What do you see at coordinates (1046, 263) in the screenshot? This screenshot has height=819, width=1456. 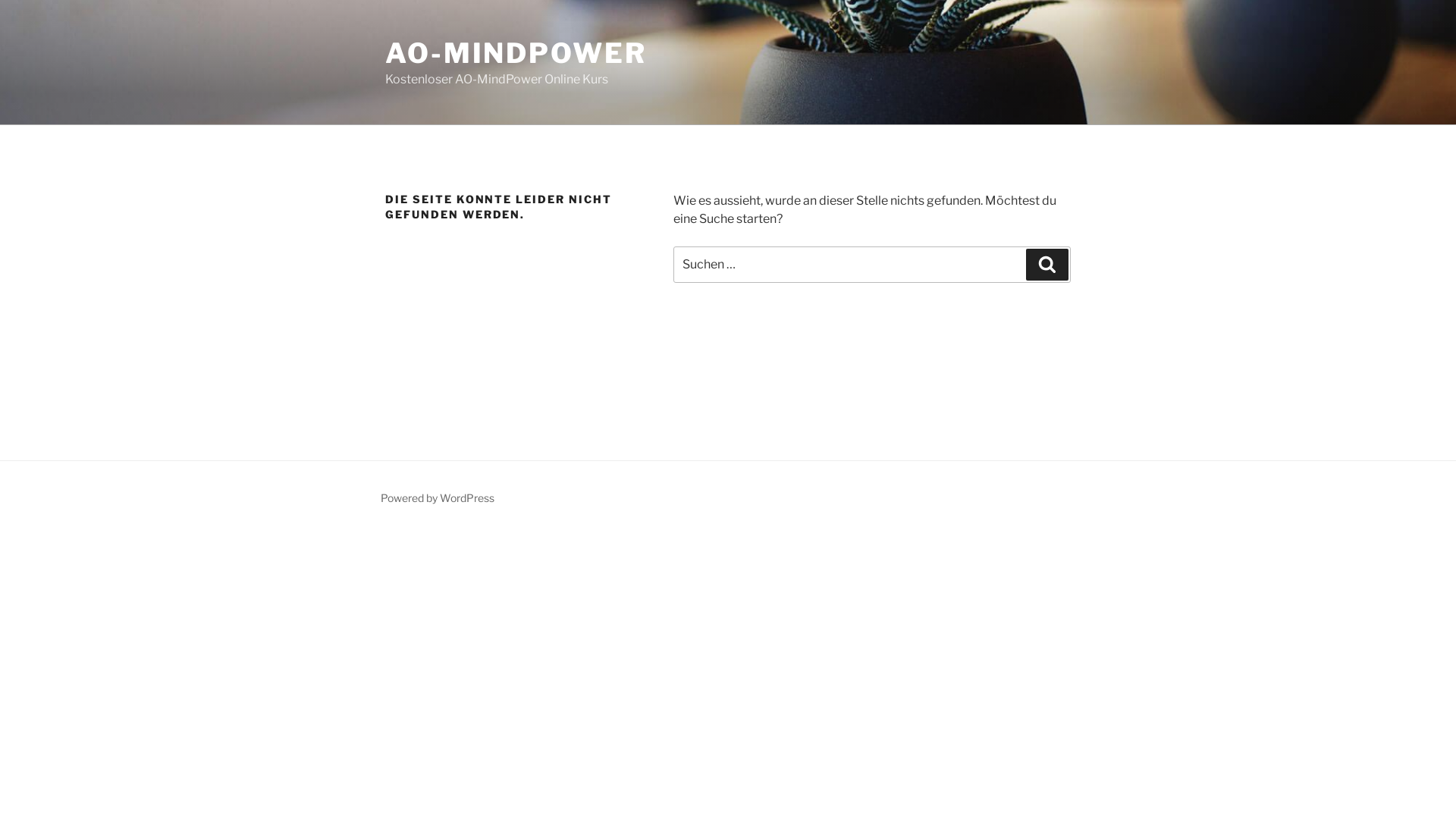 I see `'Suchen'` at bounding box center [1046, 263].